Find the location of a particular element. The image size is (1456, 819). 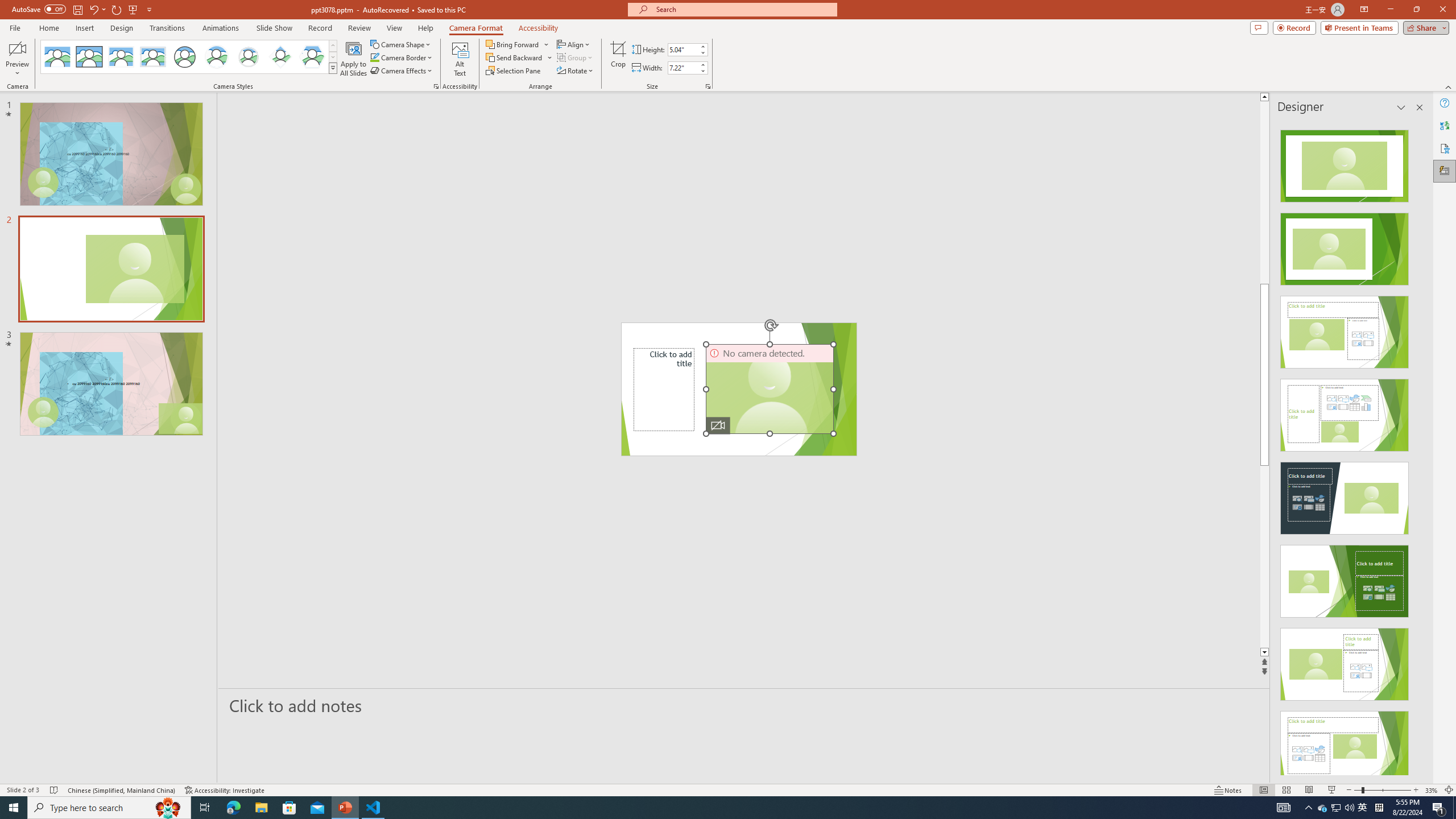

'Bring Forward' is located at coordinates (517, 44).